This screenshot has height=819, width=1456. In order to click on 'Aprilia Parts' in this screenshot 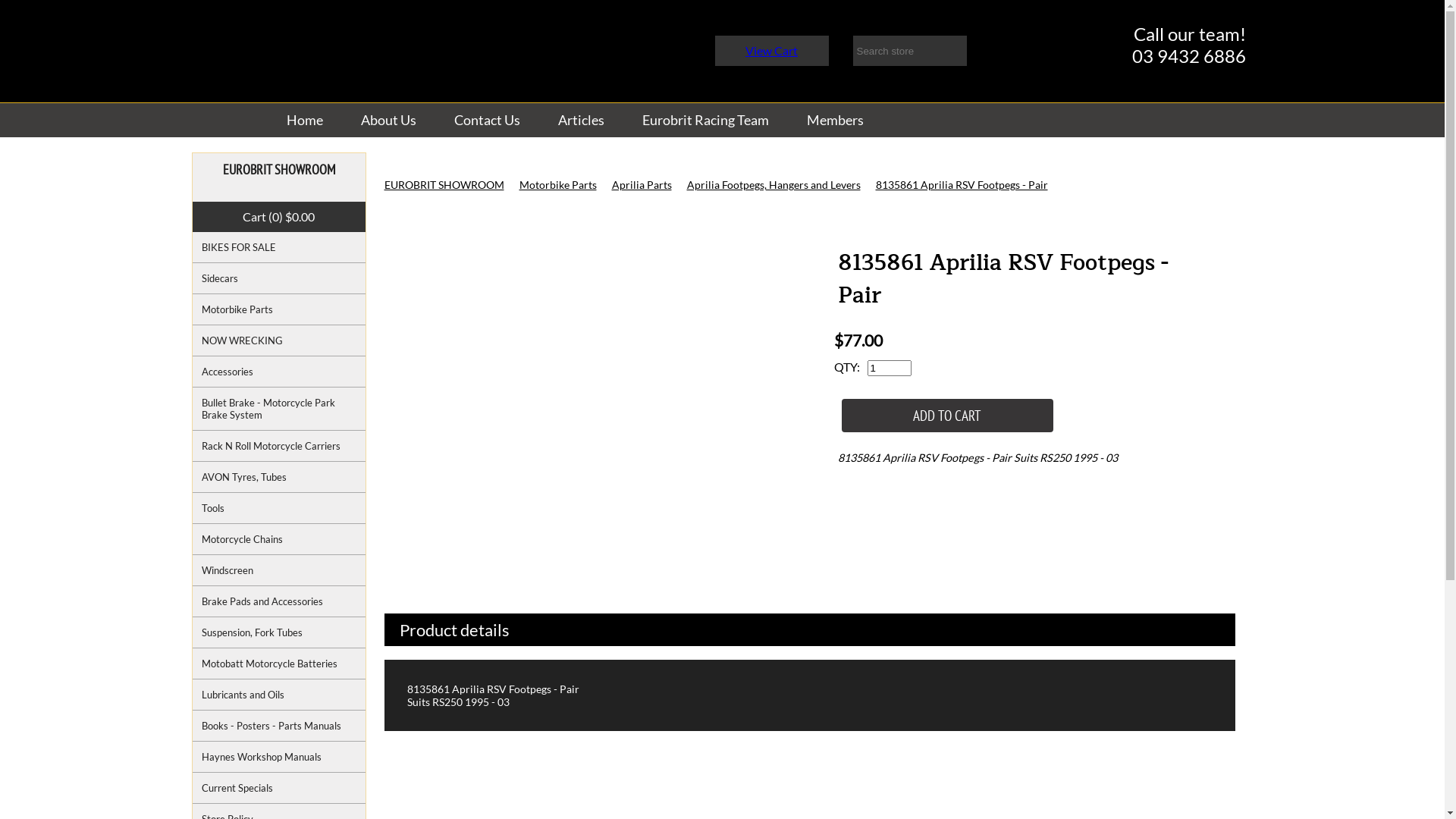, I will do `click(641, 184)`.